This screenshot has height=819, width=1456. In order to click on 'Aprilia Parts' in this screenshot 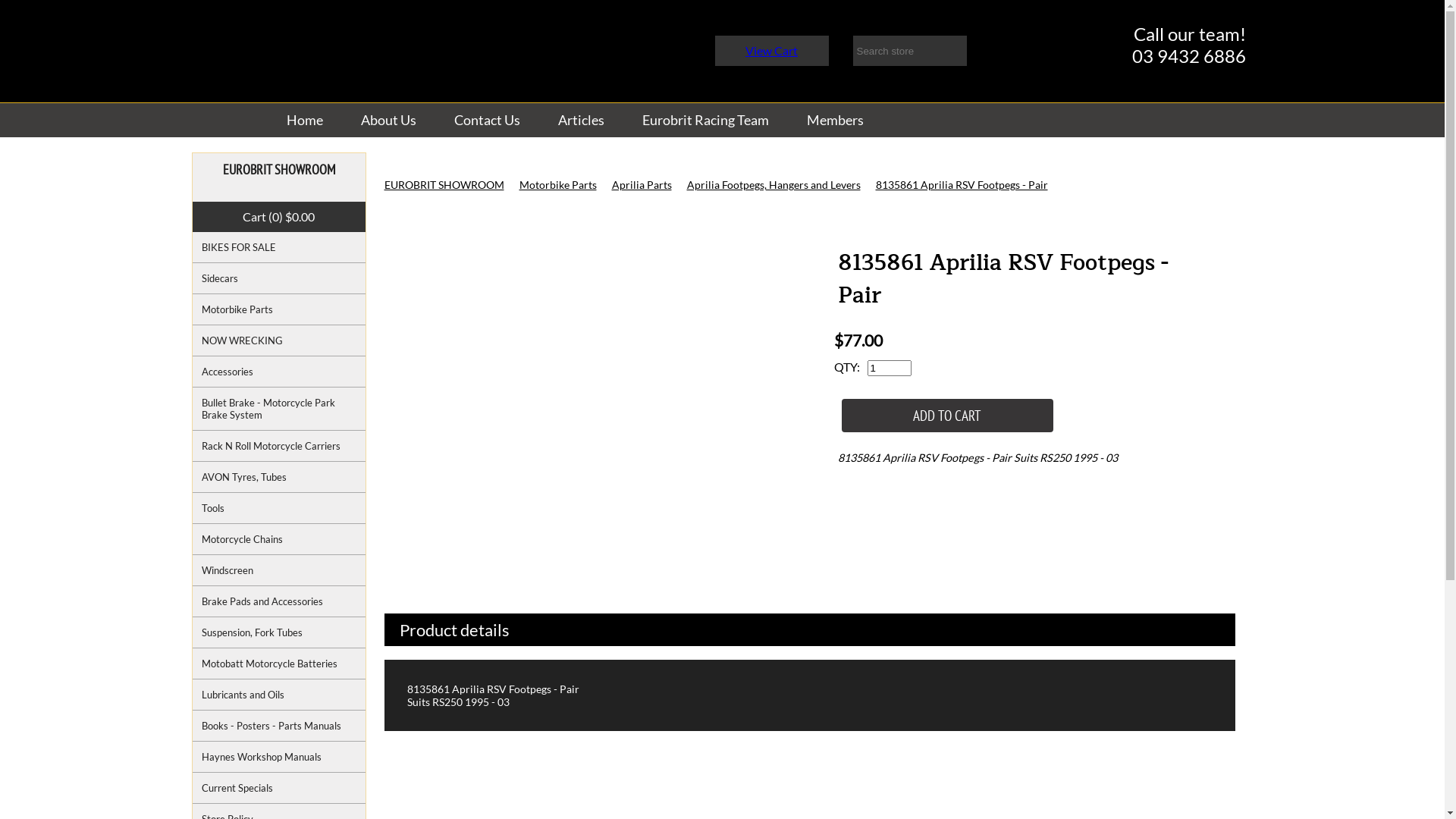, I will do `click(641, 184)`.